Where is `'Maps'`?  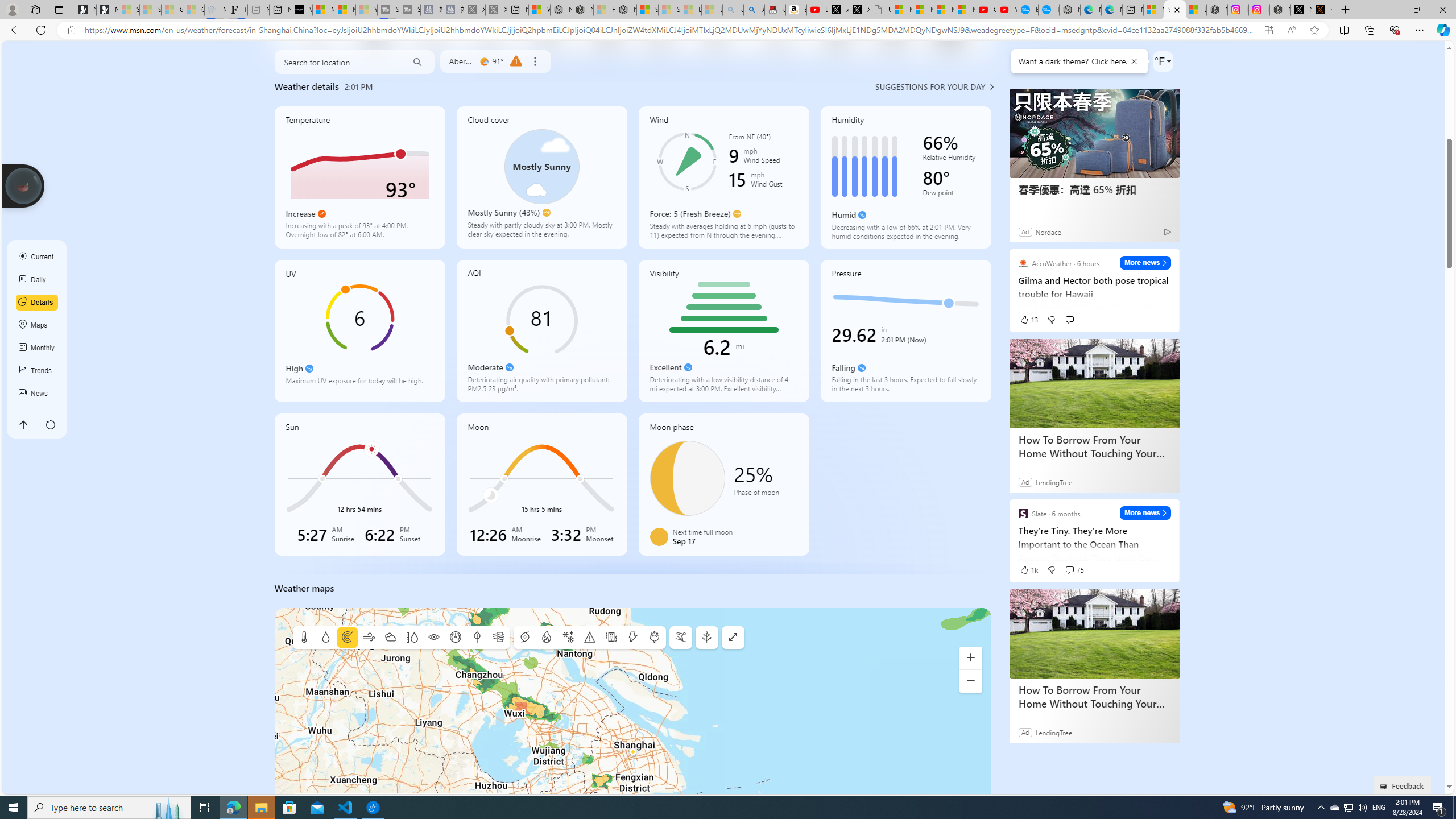
'Maps' is located at coordinates (37, 325).